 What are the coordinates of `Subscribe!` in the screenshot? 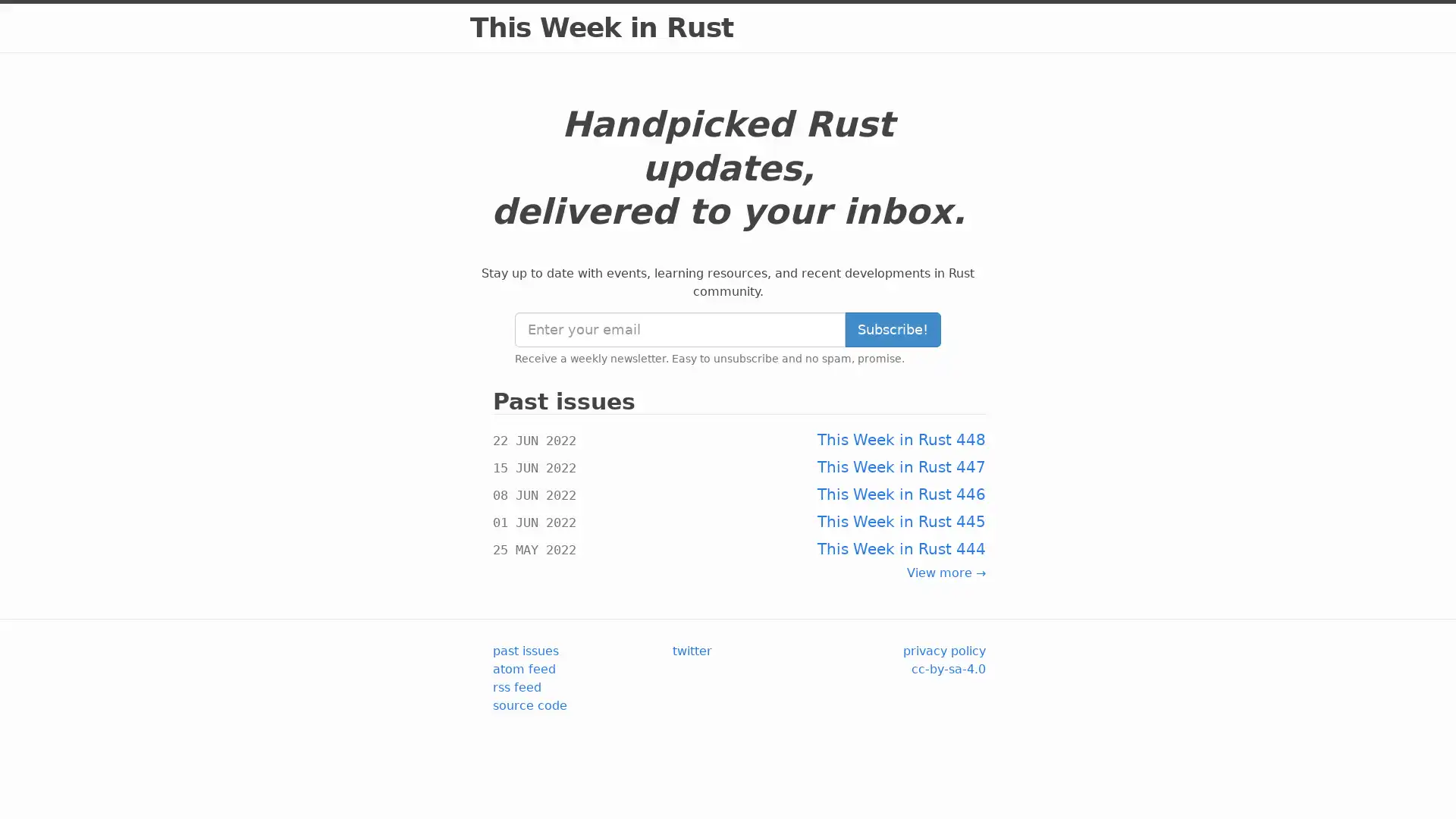 It's located at (892, 328).